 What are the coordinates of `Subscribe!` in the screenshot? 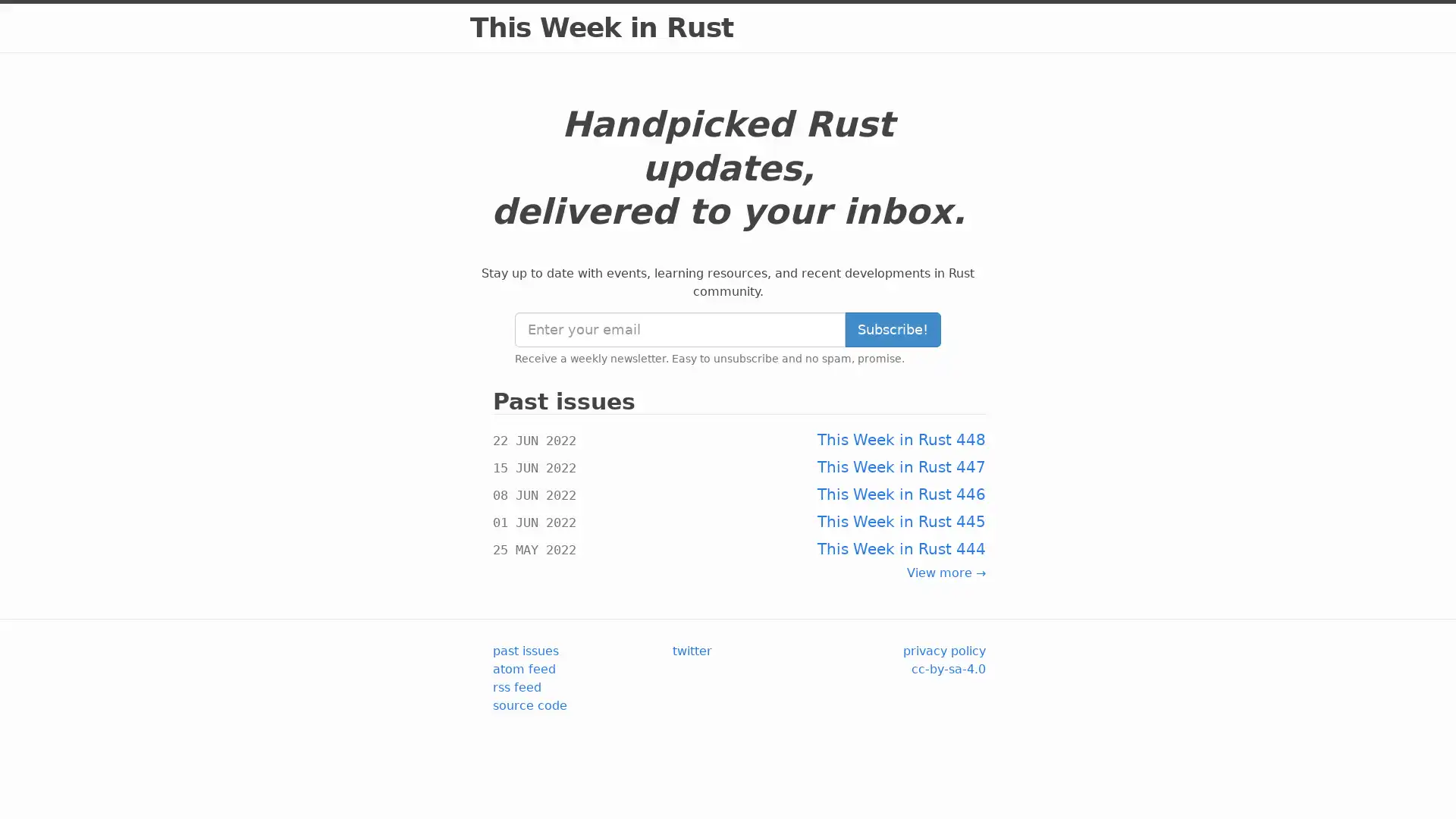 It's located at (892, 328).